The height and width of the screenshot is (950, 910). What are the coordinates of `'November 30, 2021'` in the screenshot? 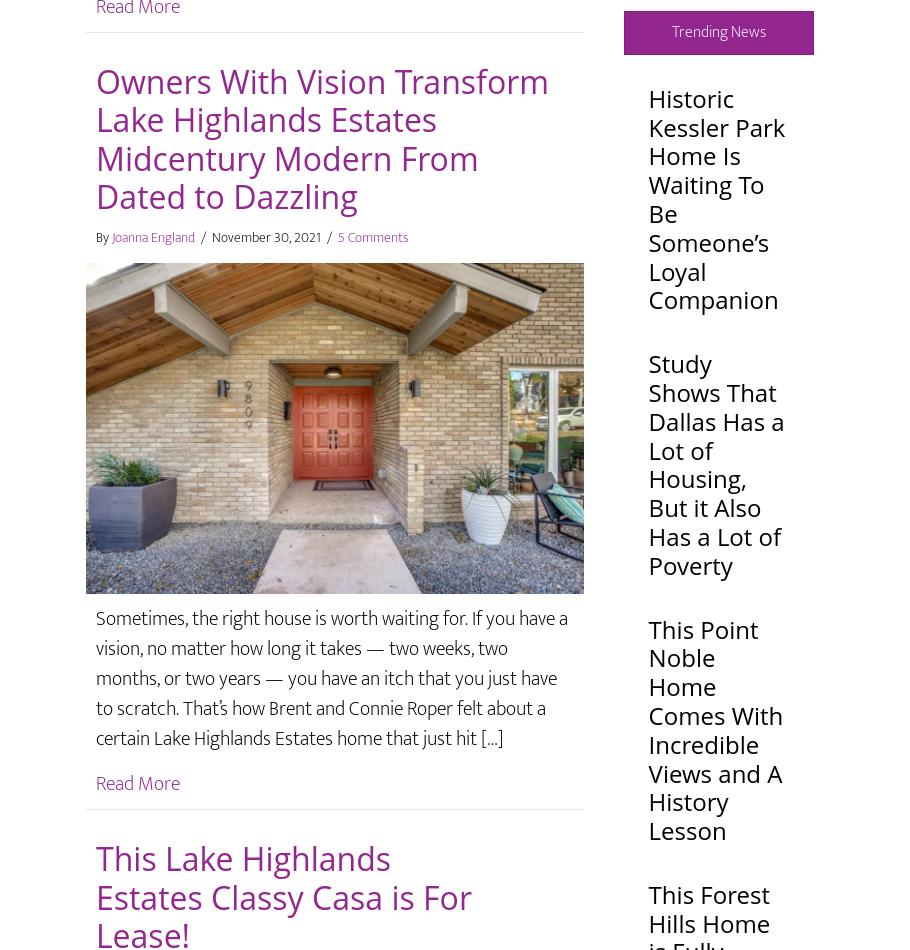 It's located at (266, 236).